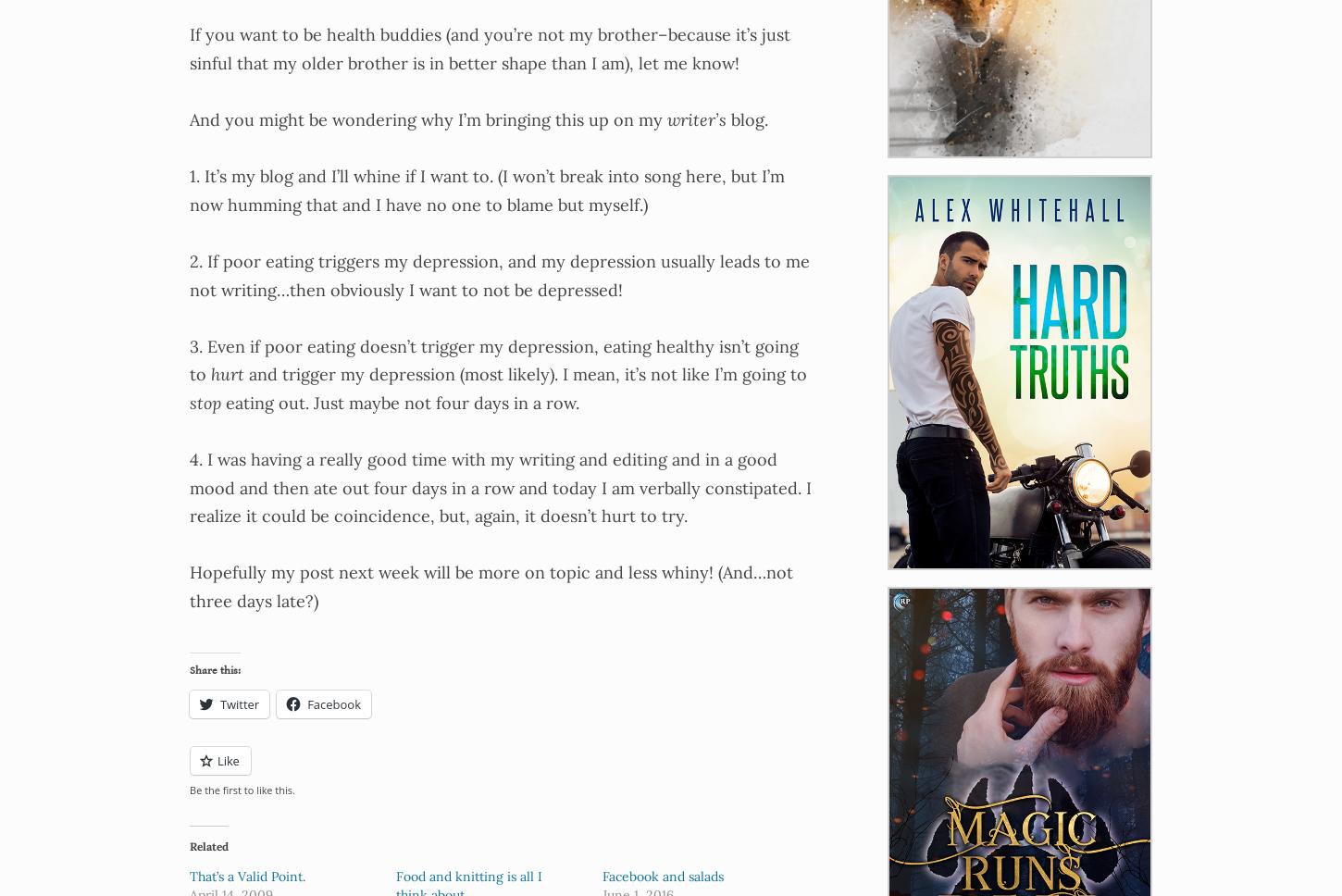  Describe the element at coordinates (665, 118) in the screenshot. I see `'writer’s'` at that location.